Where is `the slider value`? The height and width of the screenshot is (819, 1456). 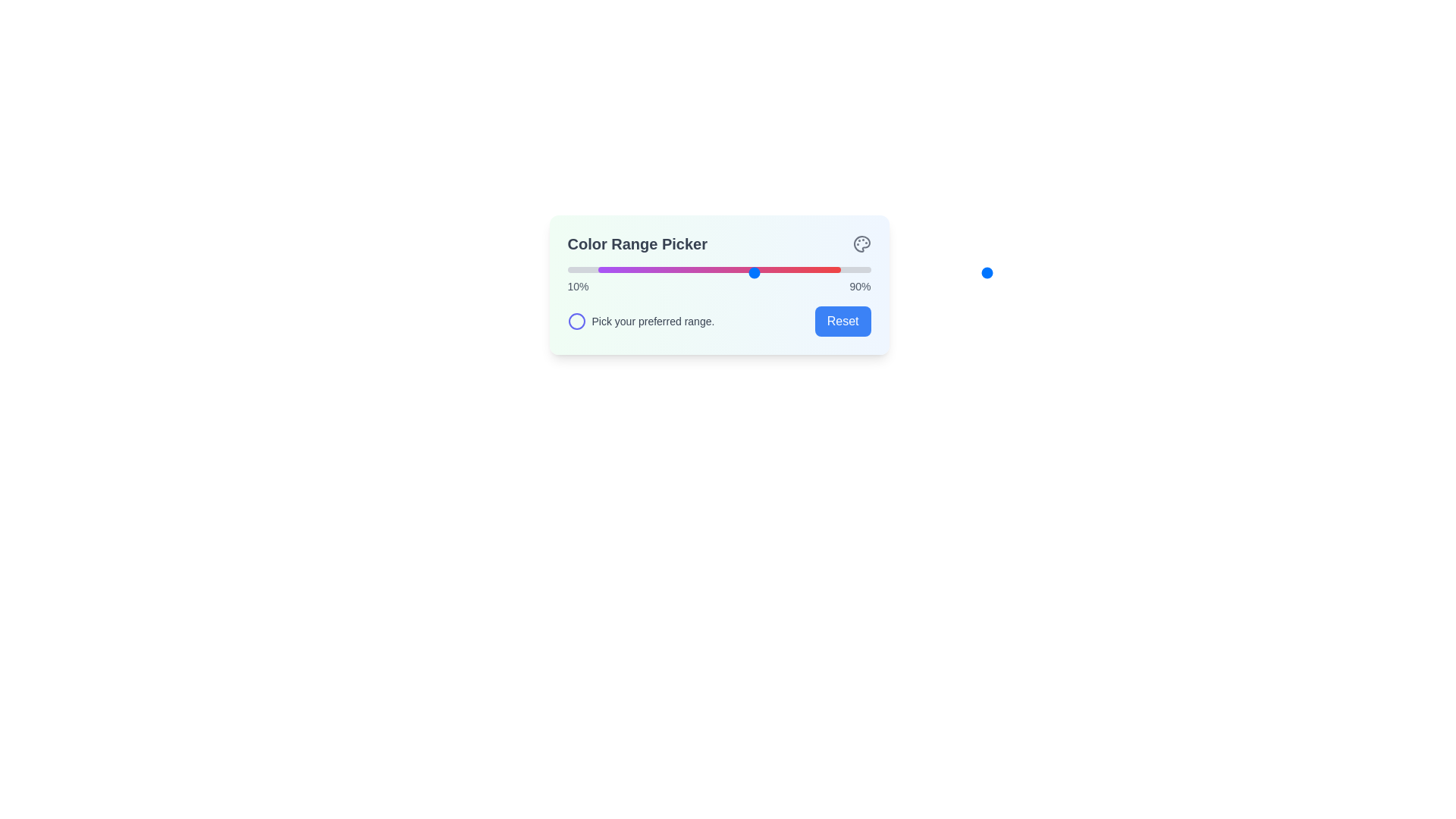 the slider value is located at coordinates (676, 268).